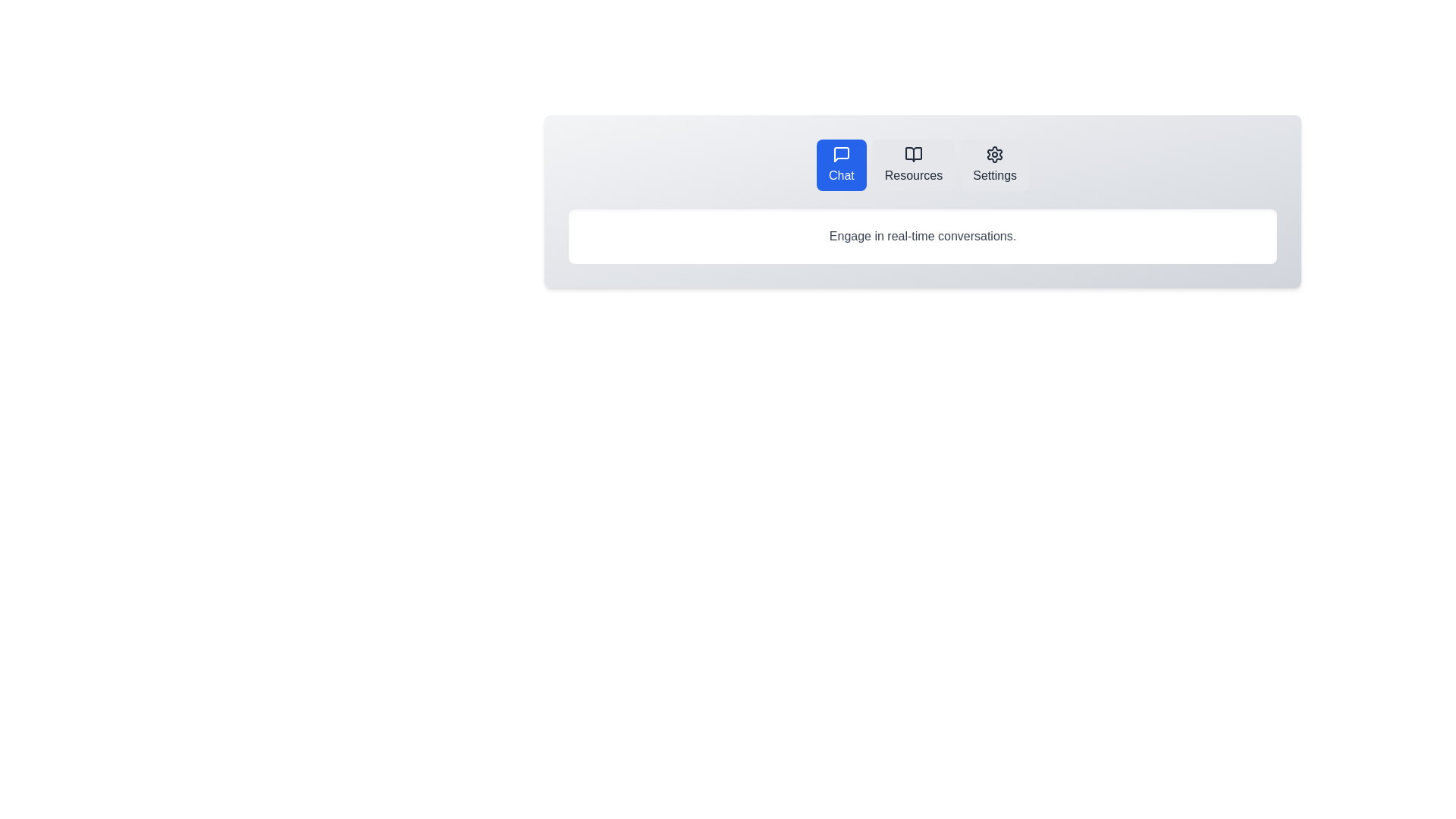 This screenshot has width=1456, height=819. What do you see at coordinates (840, 155) in the screenshot?
I see `the chat icon located` at bounding box center [840, 155].